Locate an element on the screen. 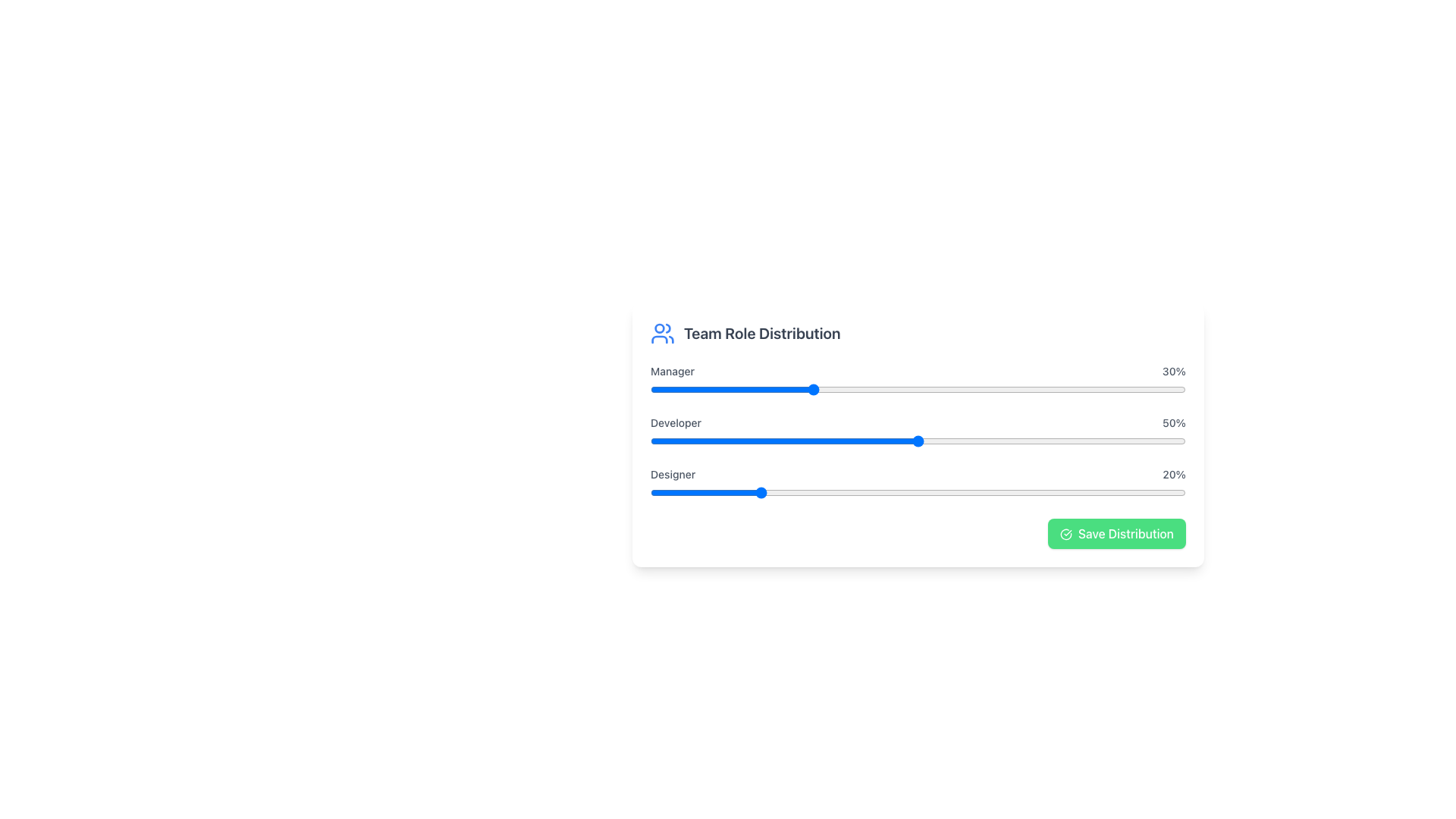 The height and width of the screenshot is (819, 1456). the horizontal slider component styled with a blue fill and gray background, located below the 'Manager' label and above the '30%' indicator is located at coordinates (917, 388).